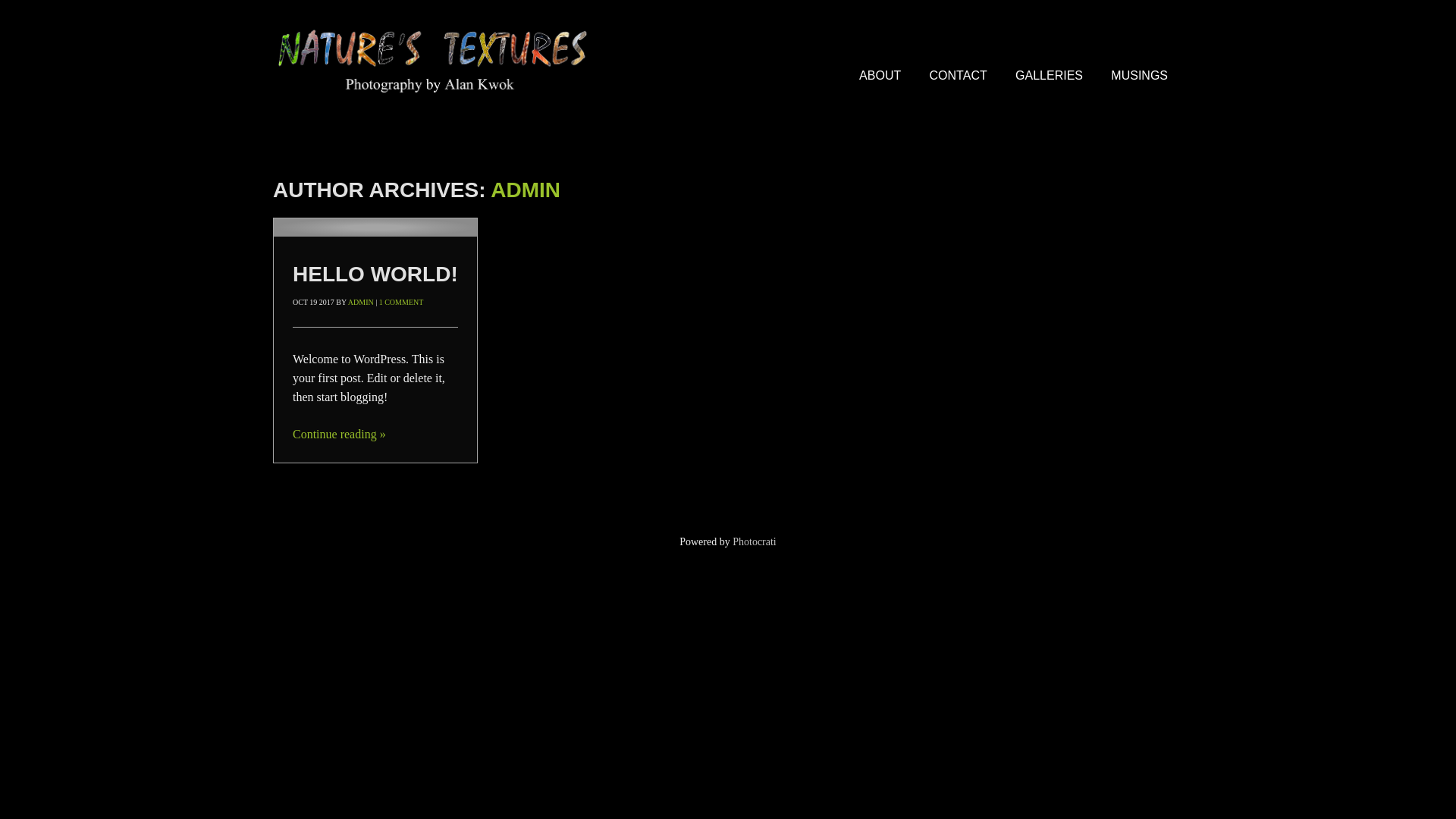  What do you see at coordinates (401, 302) in the screenshot?
I see `'1 COMMENT'` at bounding box center [401, 302].